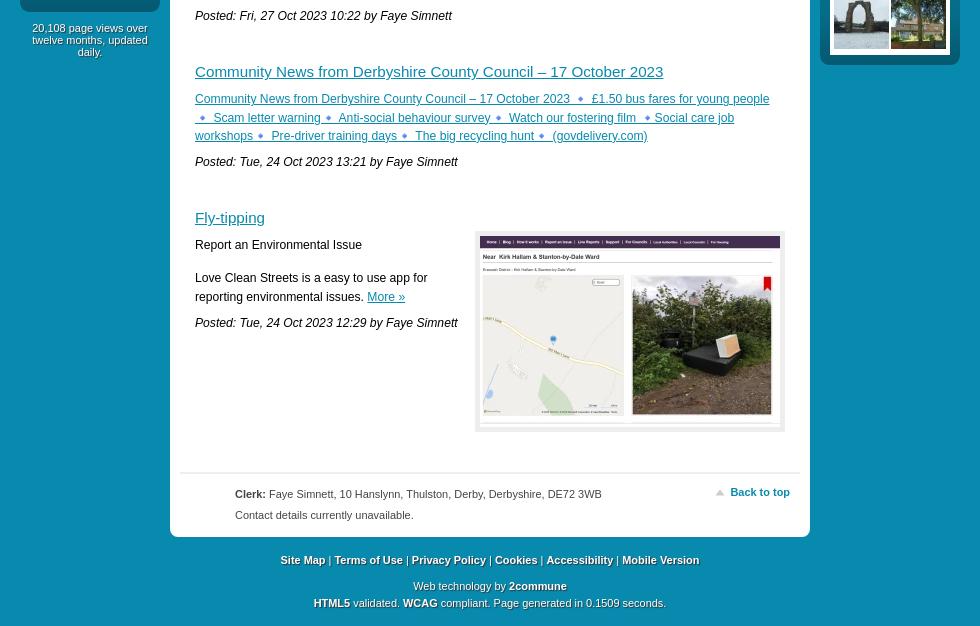  What do you see at coordinates (537, 584) in the screenshot?
I see `'2commune'` at bounding box center [537, 584].